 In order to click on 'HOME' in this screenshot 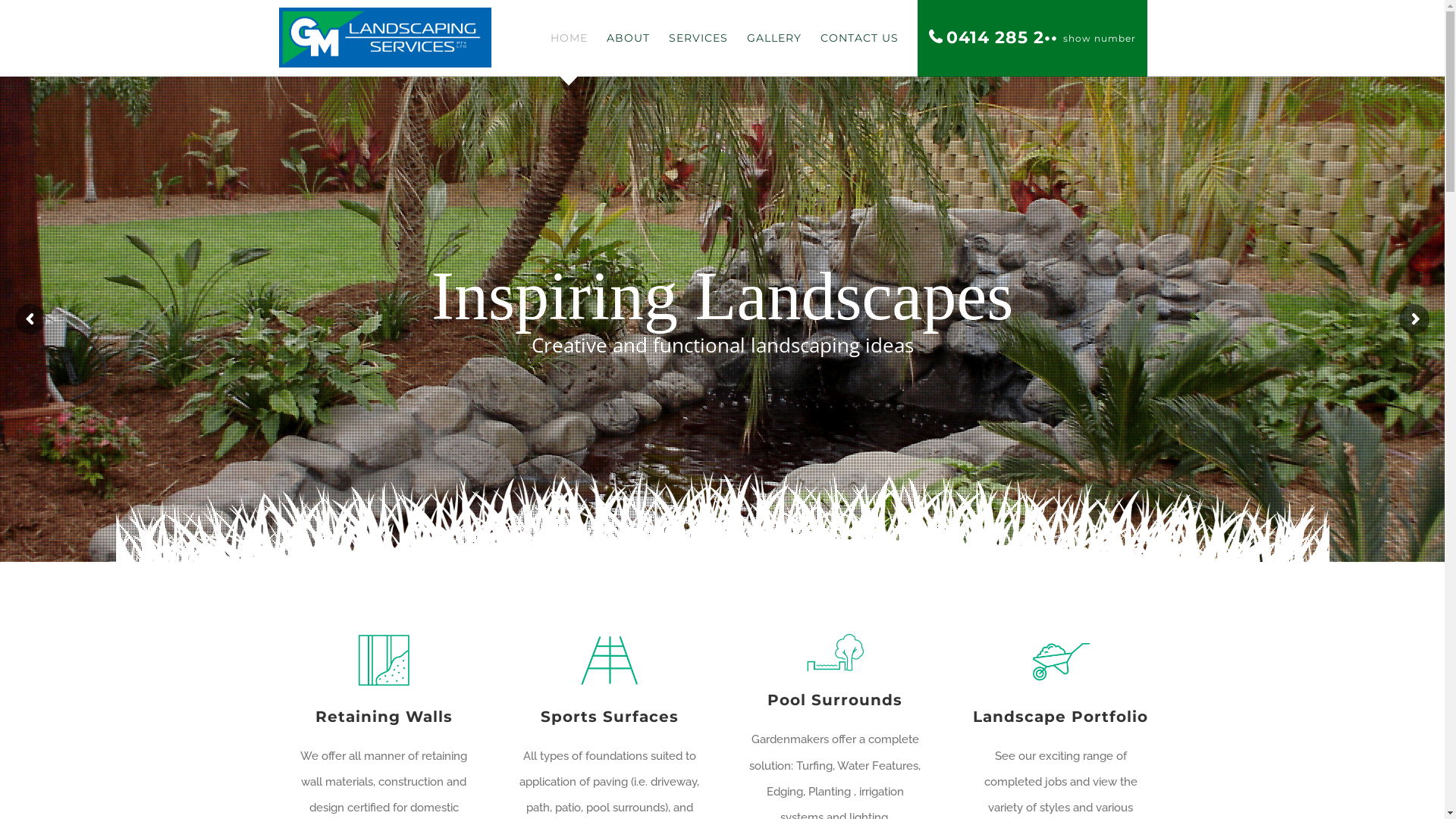, I will do `click(568, 37)`.